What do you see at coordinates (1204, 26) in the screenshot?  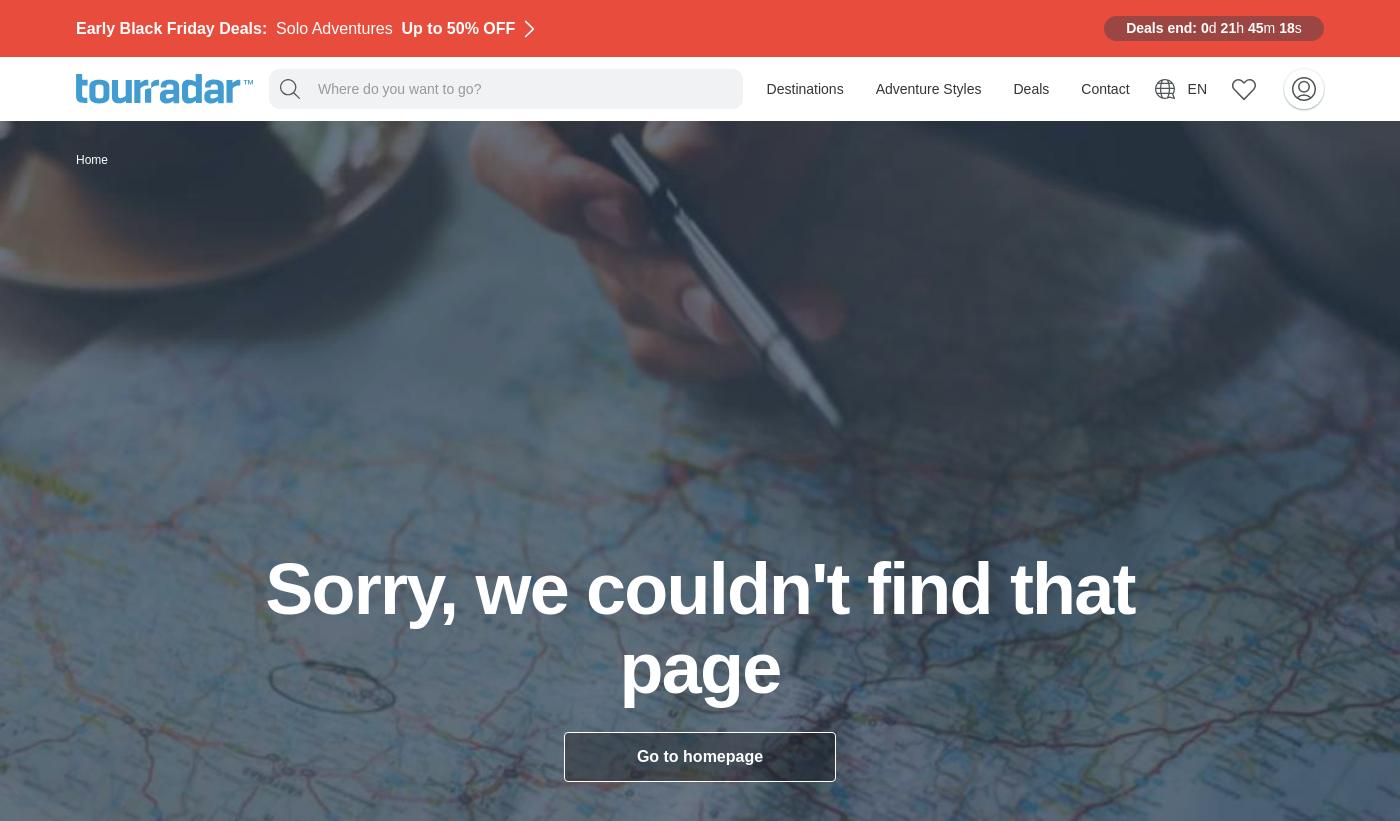 I see `'0'` at bounding box center [1204, 26].